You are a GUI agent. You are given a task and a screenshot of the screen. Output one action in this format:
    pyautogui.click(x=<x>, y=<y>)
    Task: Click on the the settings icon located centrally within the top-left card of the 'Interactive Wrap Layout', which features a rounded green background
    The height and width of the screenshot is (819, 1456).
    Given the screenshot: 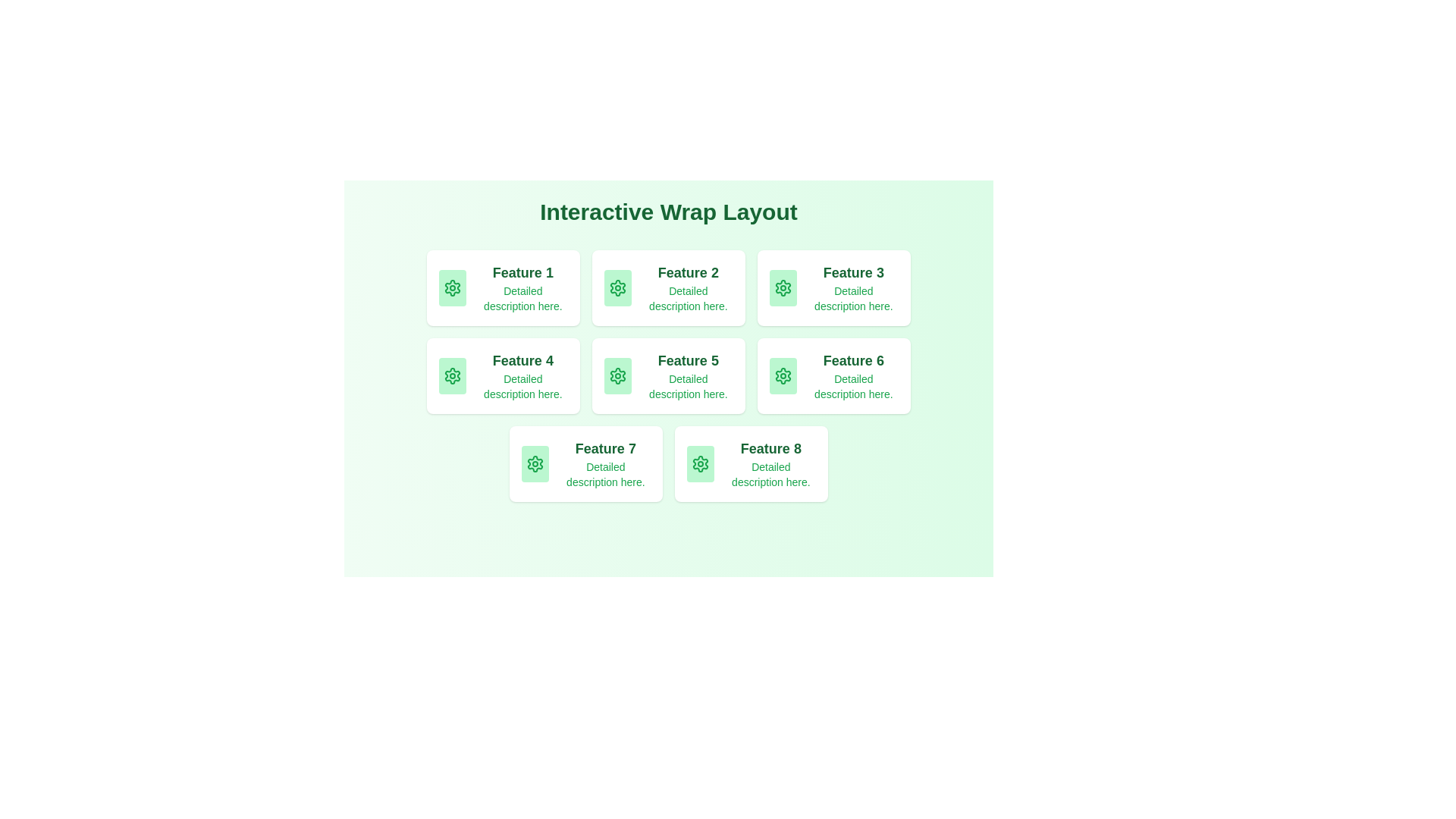 What is the action you would take?
    pyautogui.click(x=451, y=288)
    